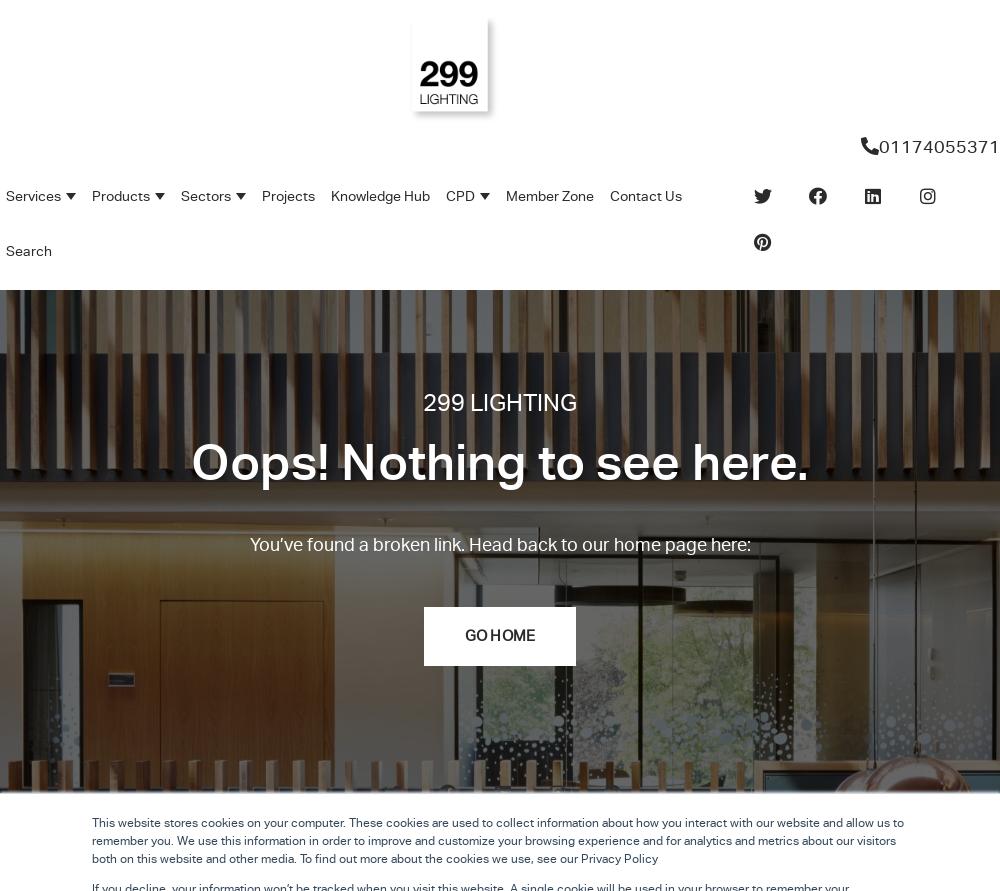 This screenshot has width=1000, height=891. I want to click on 'Sectors', so click(205, 196).